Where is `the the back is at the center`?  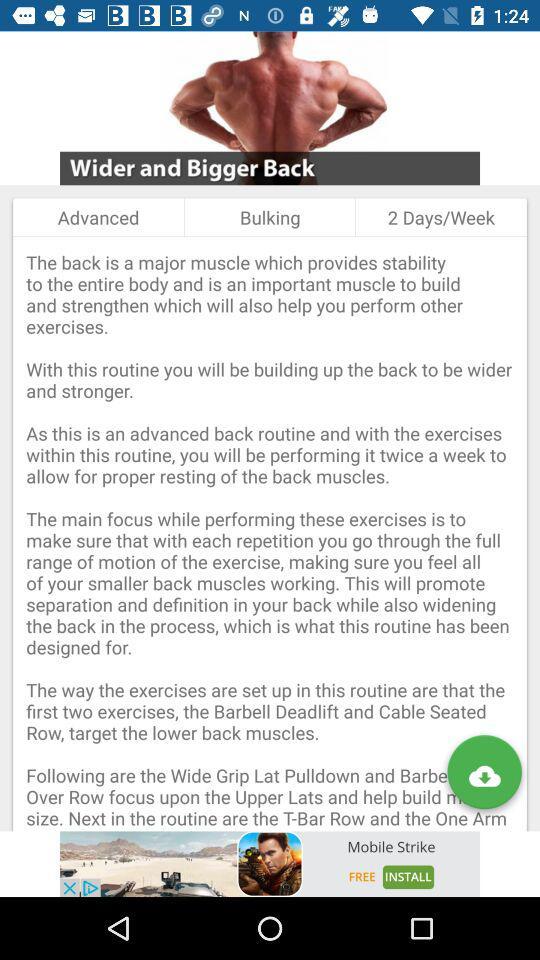 the the back is at the center is located at coordinates (270, 533).